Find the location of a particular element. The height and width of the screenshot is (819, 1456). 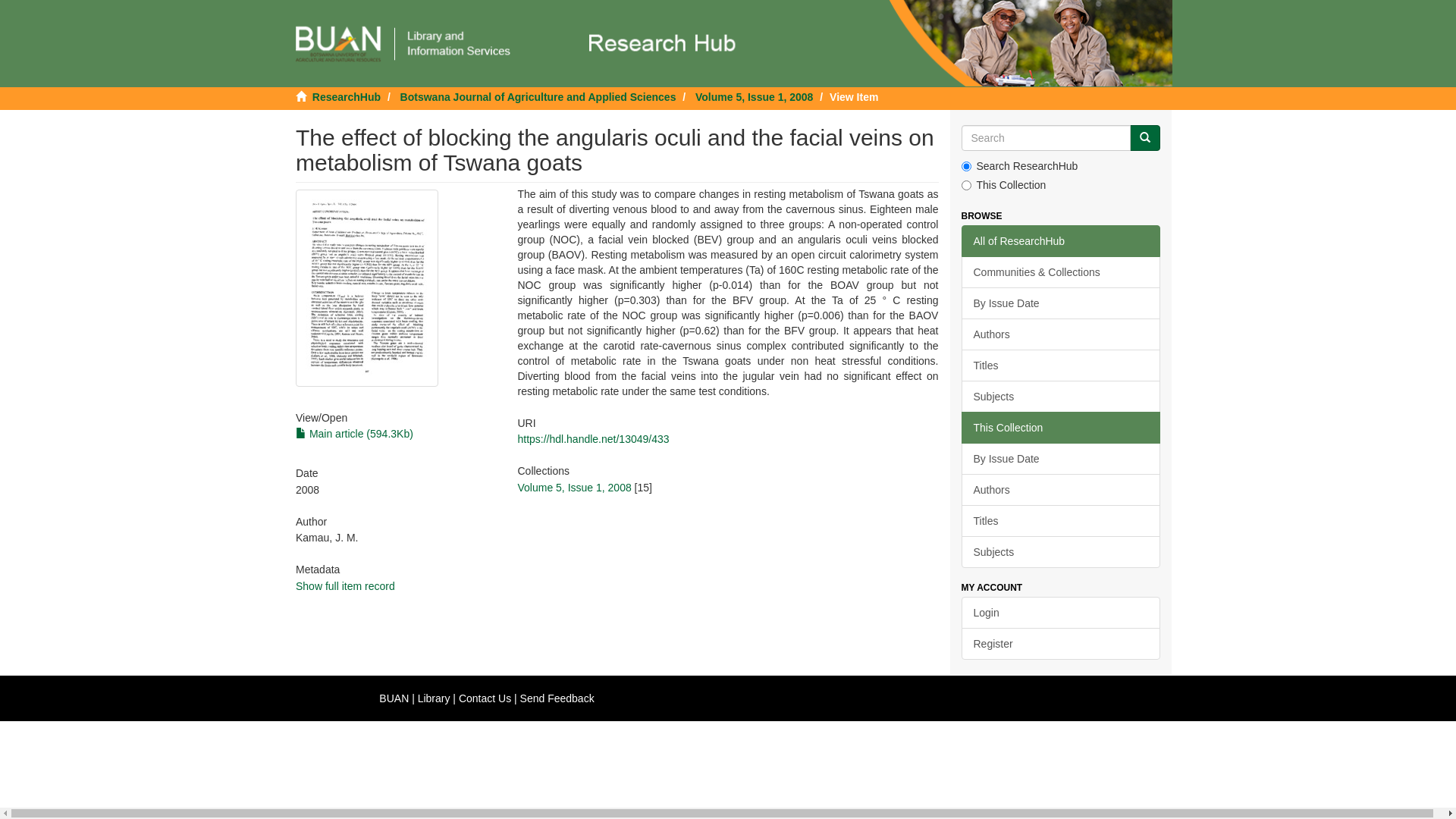

'BUAN' is located at coordinates (394, 698).